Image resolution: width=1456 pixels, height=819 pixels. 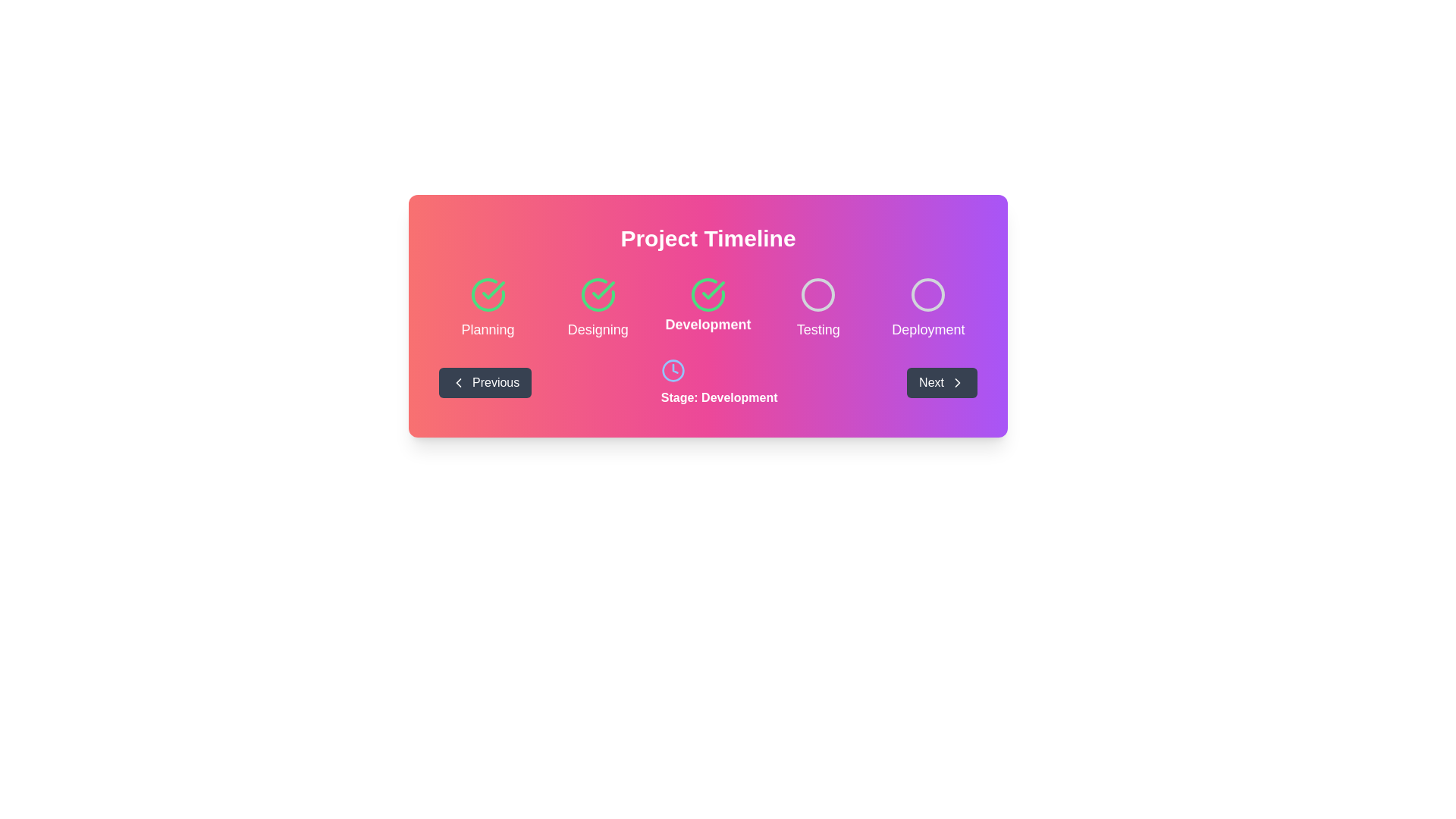 What do you see at coordinates (488, 329) in the screenshot?
I see `the 'Planning' label, which is a medium-sized white text label located beneath a green checkmark icon, aligned with other labels on a horizontal timeline` at bounding box center [488, 329].